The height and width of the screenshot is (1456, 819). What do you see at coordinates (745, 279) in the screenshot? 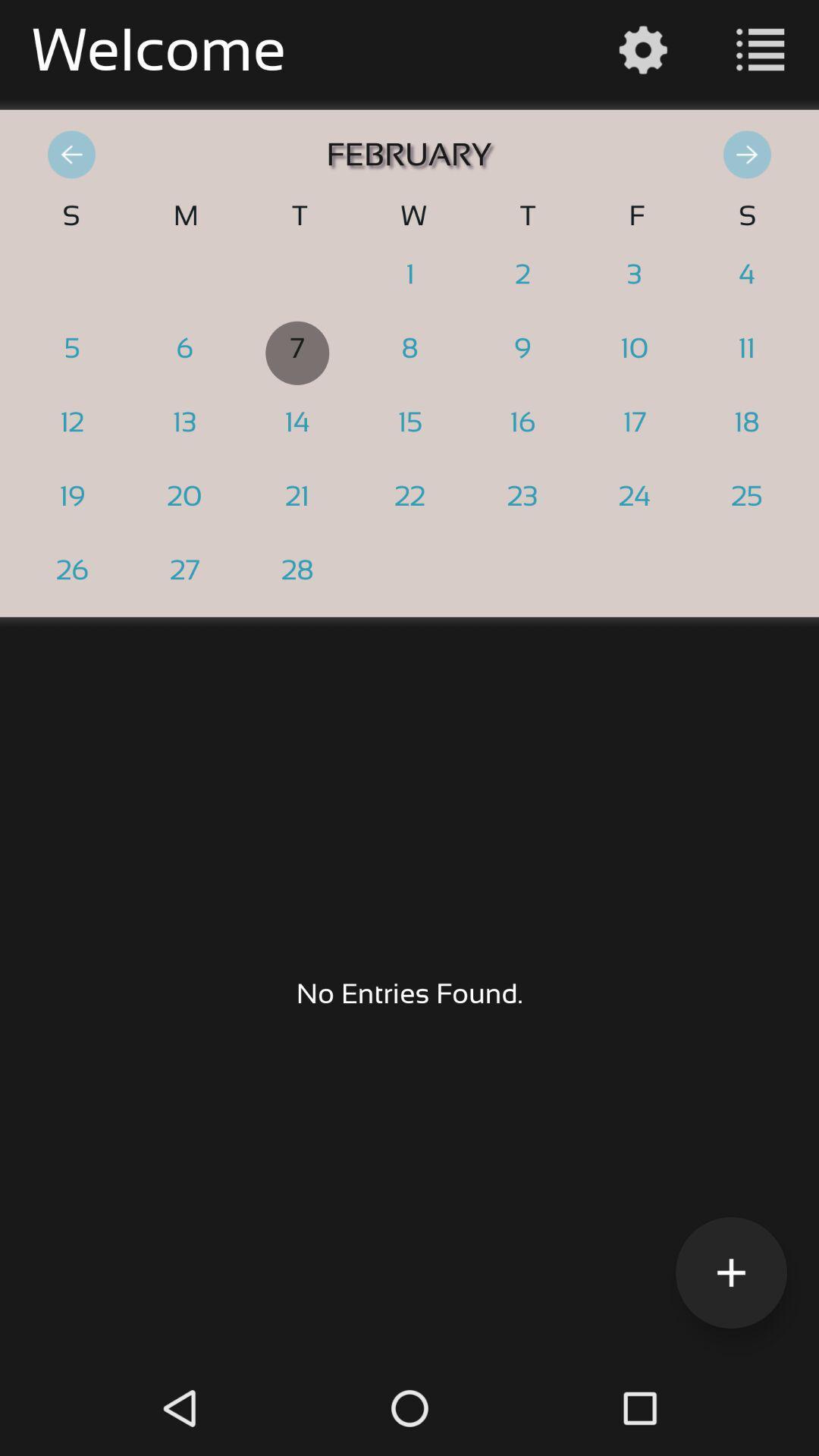
I see `the number 2  below s` at bounding box center [745, 279].